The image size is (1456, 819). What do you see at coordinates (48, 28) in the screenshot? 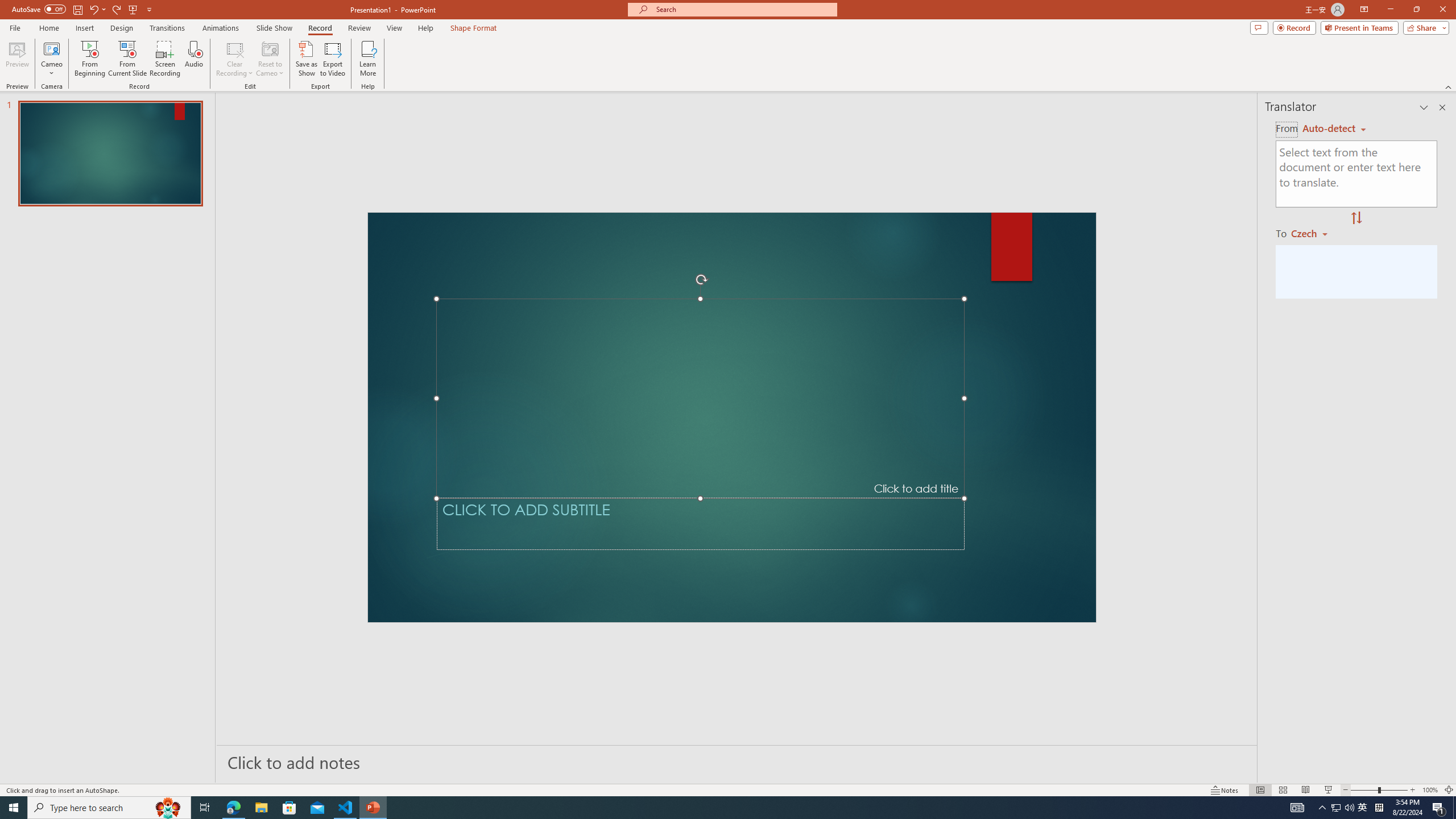
I see `'Home'` at bounding box center [48, 28].